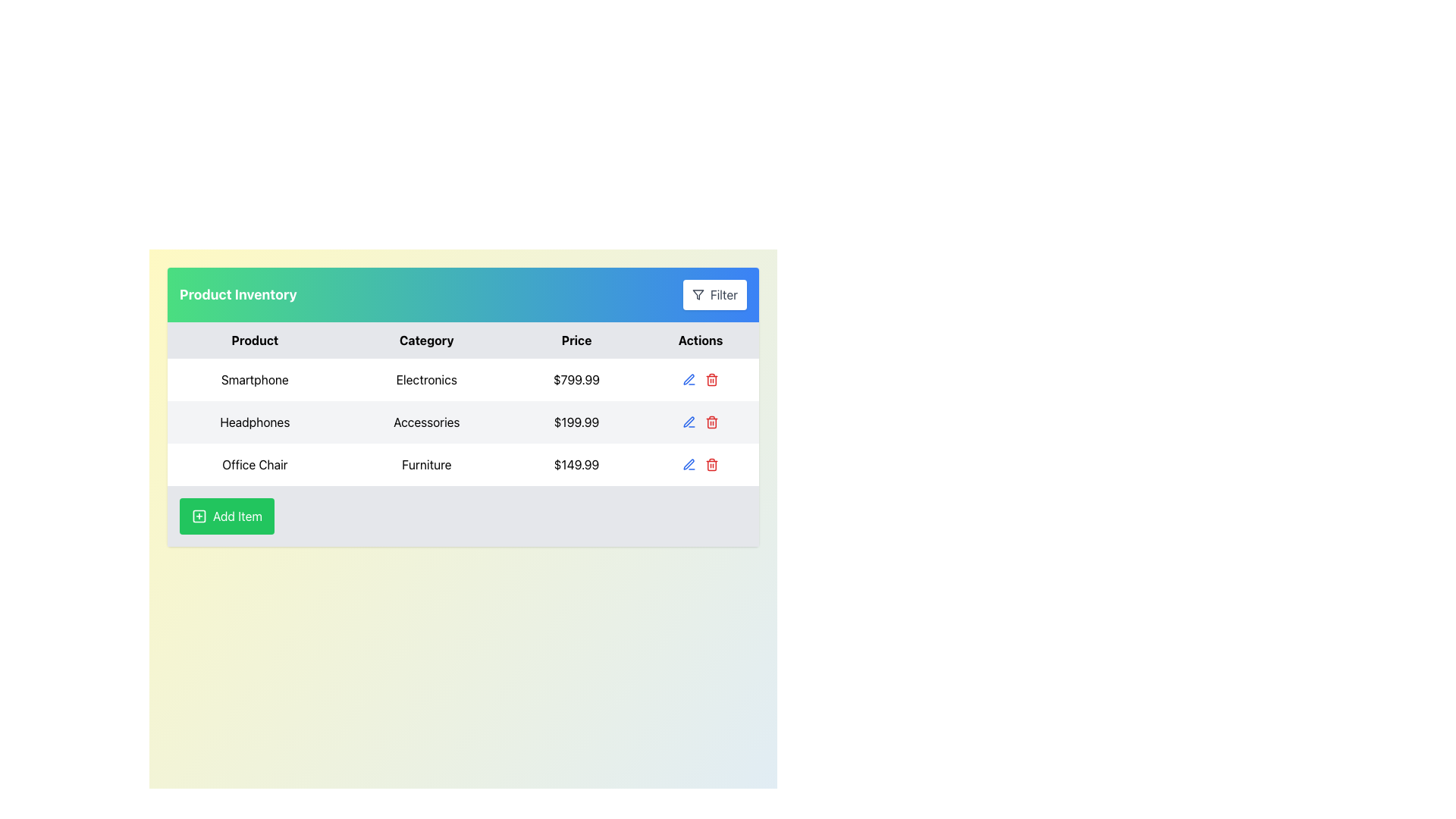 This screenshot has width=1456, height=819. Describe the element at coordinates (462, 406) in the screenshot. I see `the table cell` at that location.